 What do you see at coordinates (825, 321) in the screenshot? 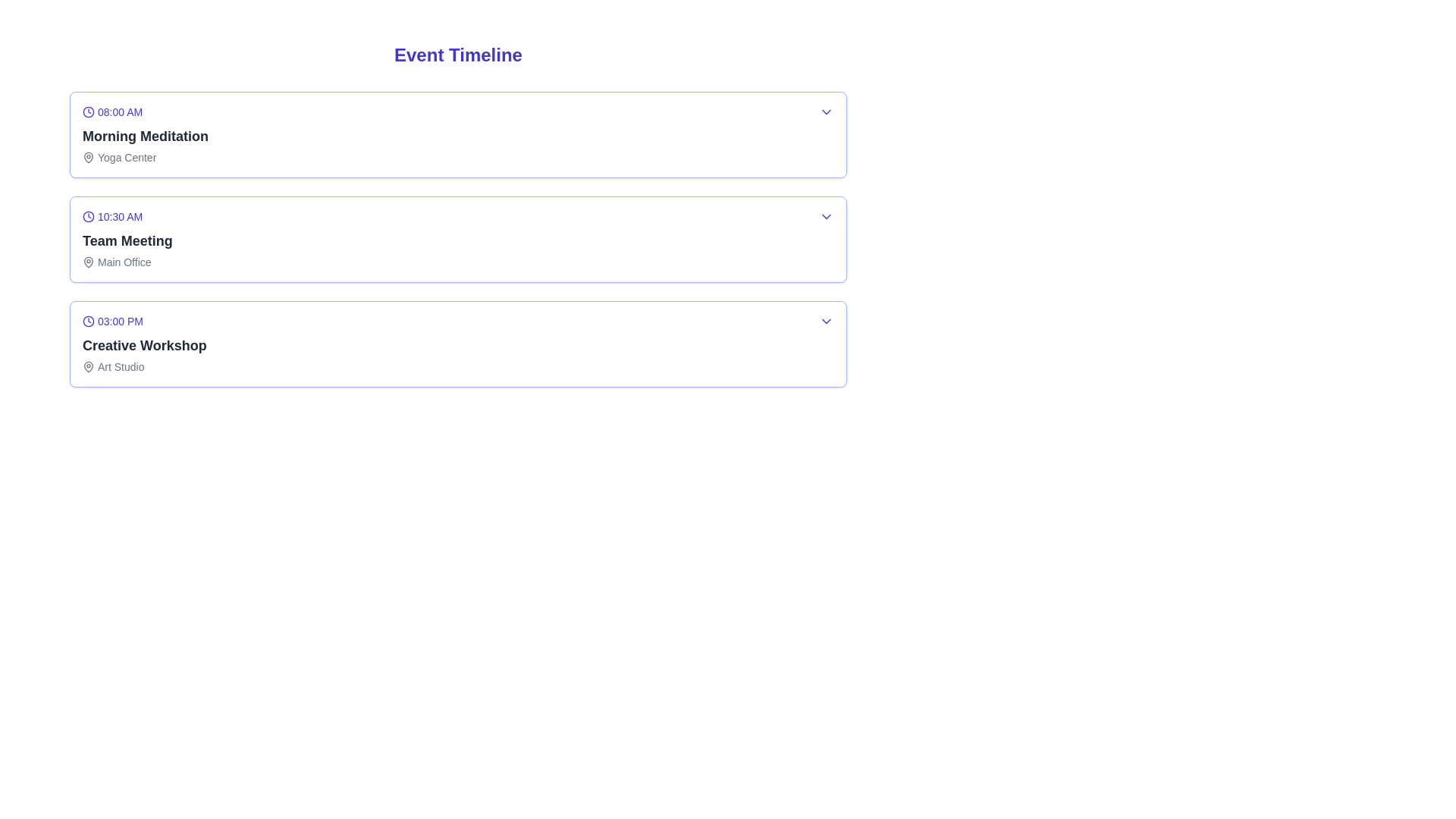
I see `the expand icon located in the top-right corner of the '03:00 PM Creative Workshop Art Studio' section` at bounding box center [825, 321].